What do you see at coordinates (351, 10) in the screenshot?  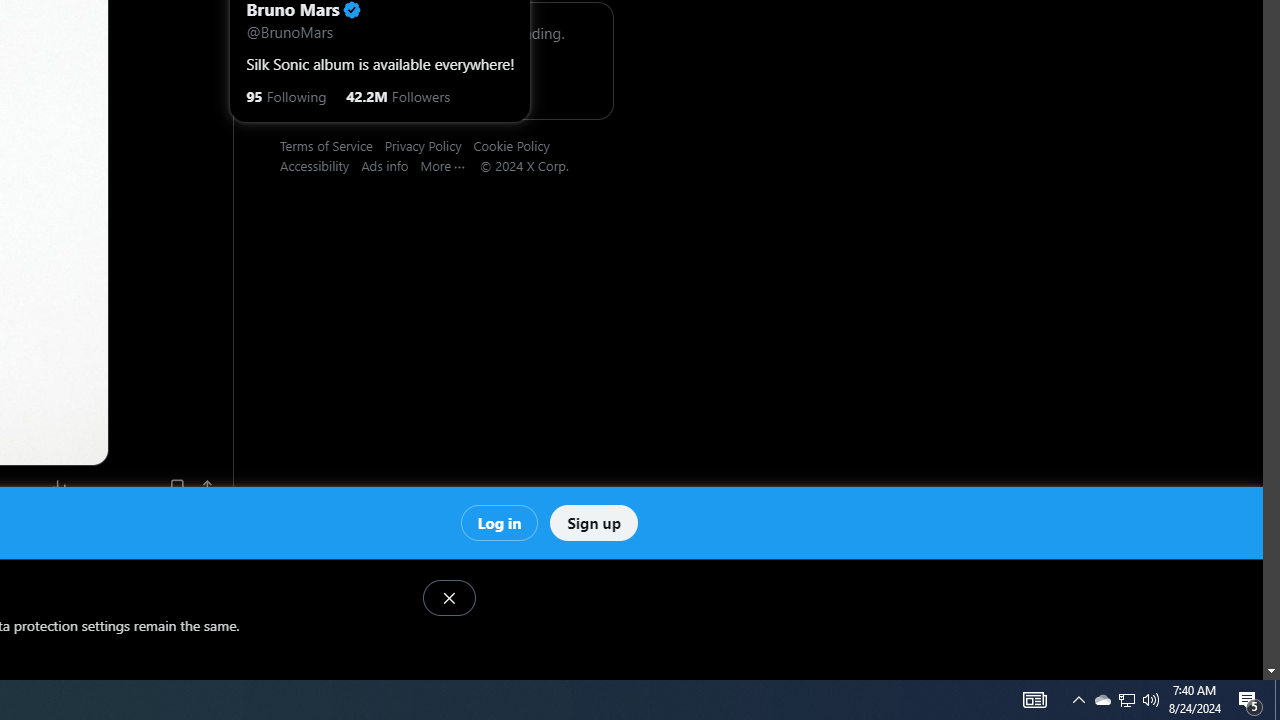 I see `'Verified account'` at bounding box center [351, 10].